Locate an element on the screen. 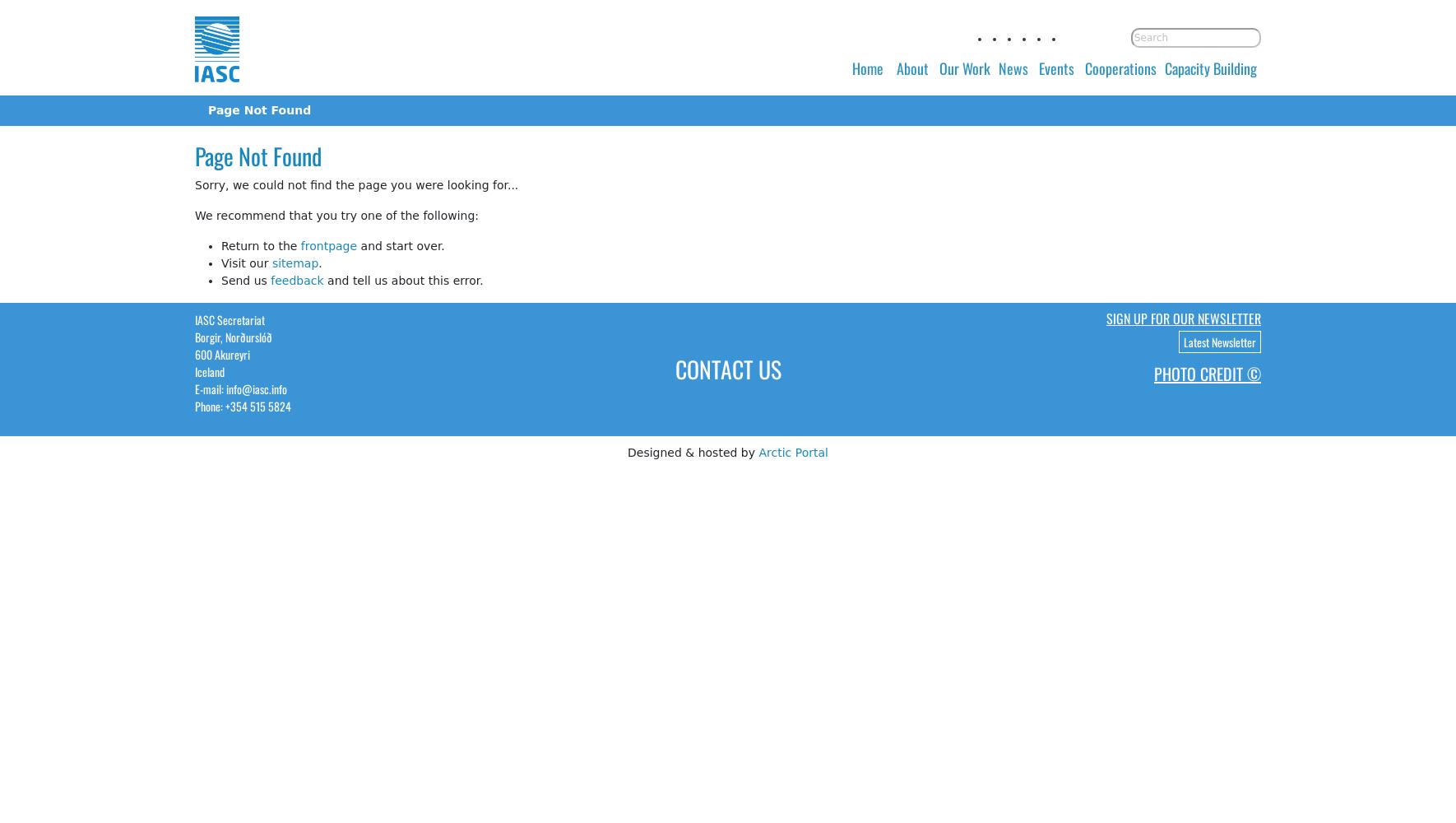 This screenshot has height=823, width=1456. 'frontpage' is located at coordinates (327, 245).